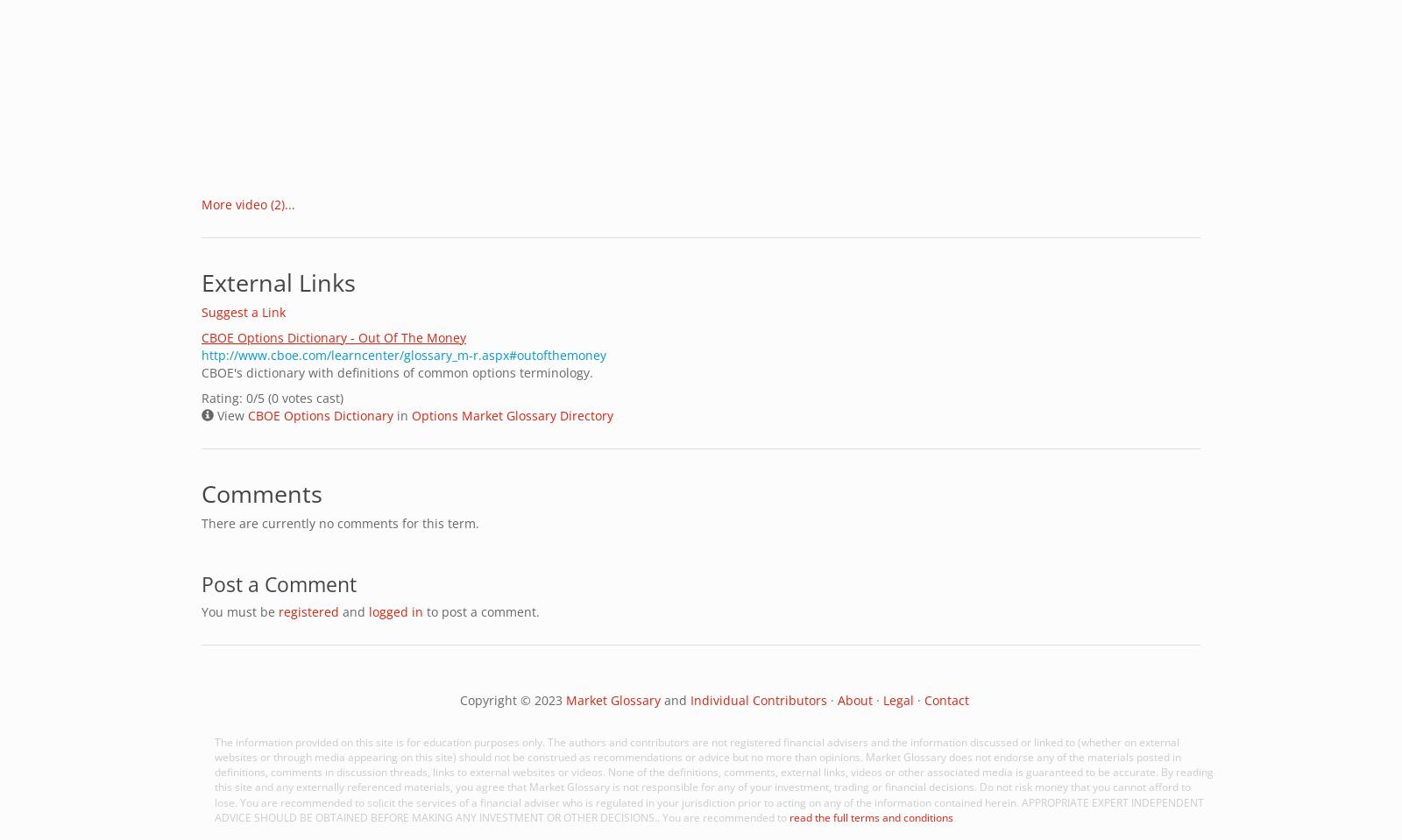 The image size is (1402, 840). What do you see at coordinates (394, 611) in the screenshot?
I see `'logged in'` at bounding box center [394, 611].